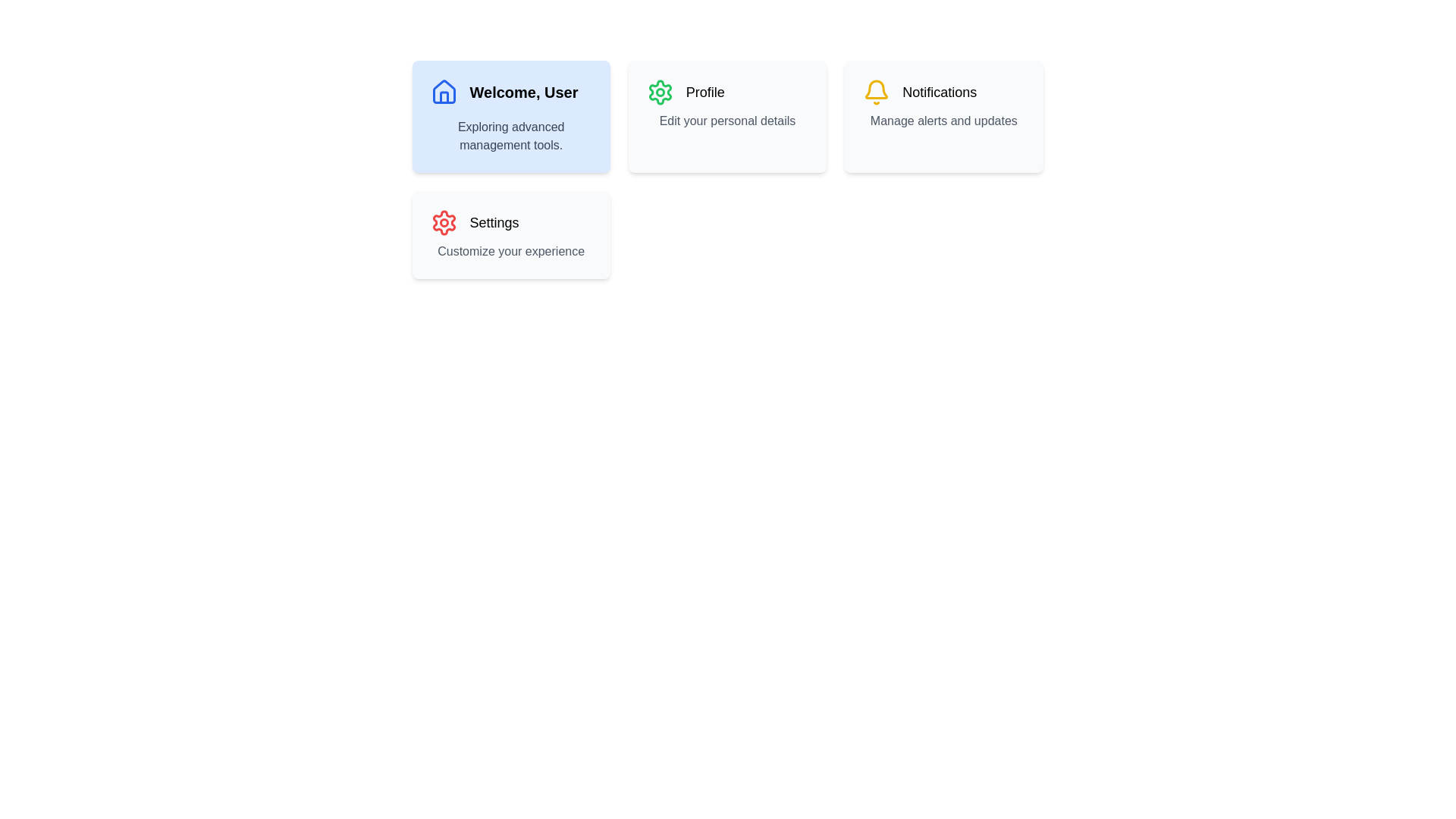 The height and width of the screenshot is (819, 1456). Describe the element at coordinates (443, 222) in the screenshot. I see `the gear icon located in the top-left corner of the 'Settings' card` at that location.